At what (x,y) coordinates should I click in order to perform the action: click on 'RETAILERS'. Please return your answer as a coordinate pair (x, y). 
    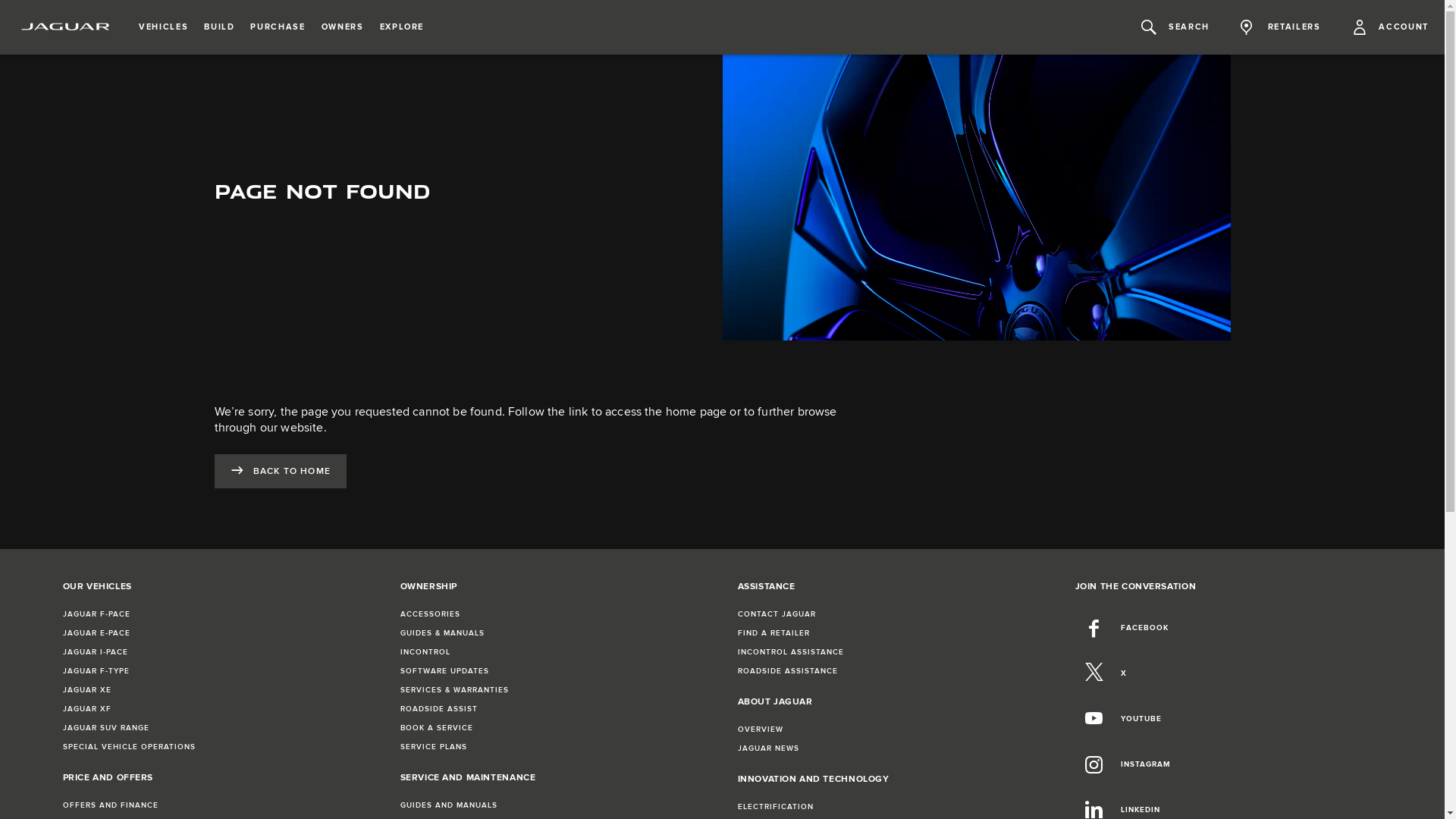
    Looking at the image, I should click on (1280, 27).